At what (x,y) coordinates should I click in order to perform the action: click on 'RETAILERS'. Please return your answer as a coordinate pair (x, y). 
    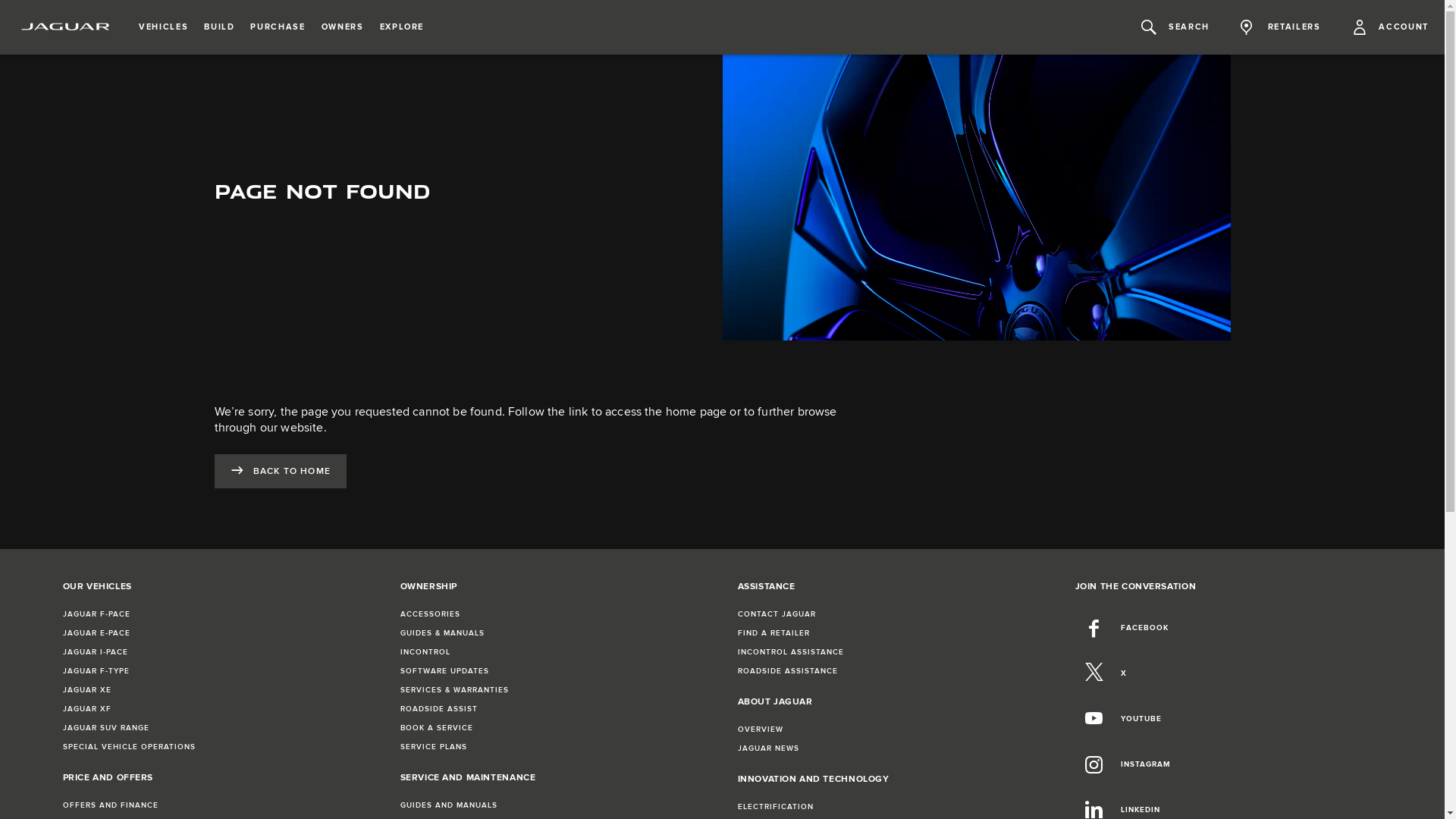
    Looking at the image, I should click on (1280, 27).